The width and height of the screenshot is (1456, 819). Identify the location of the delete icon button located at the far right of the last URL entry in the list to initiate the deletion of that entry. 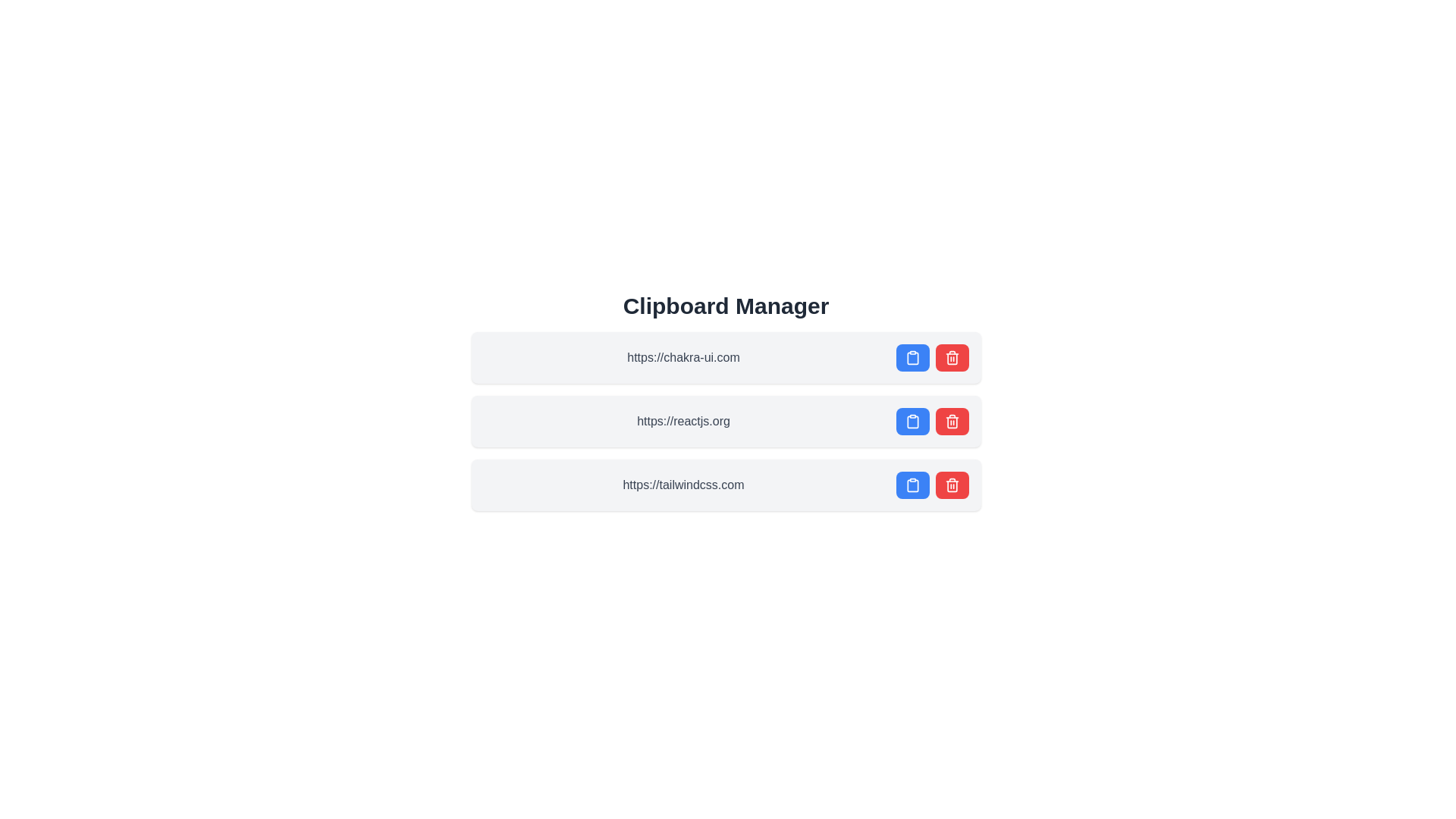
(951, 357).